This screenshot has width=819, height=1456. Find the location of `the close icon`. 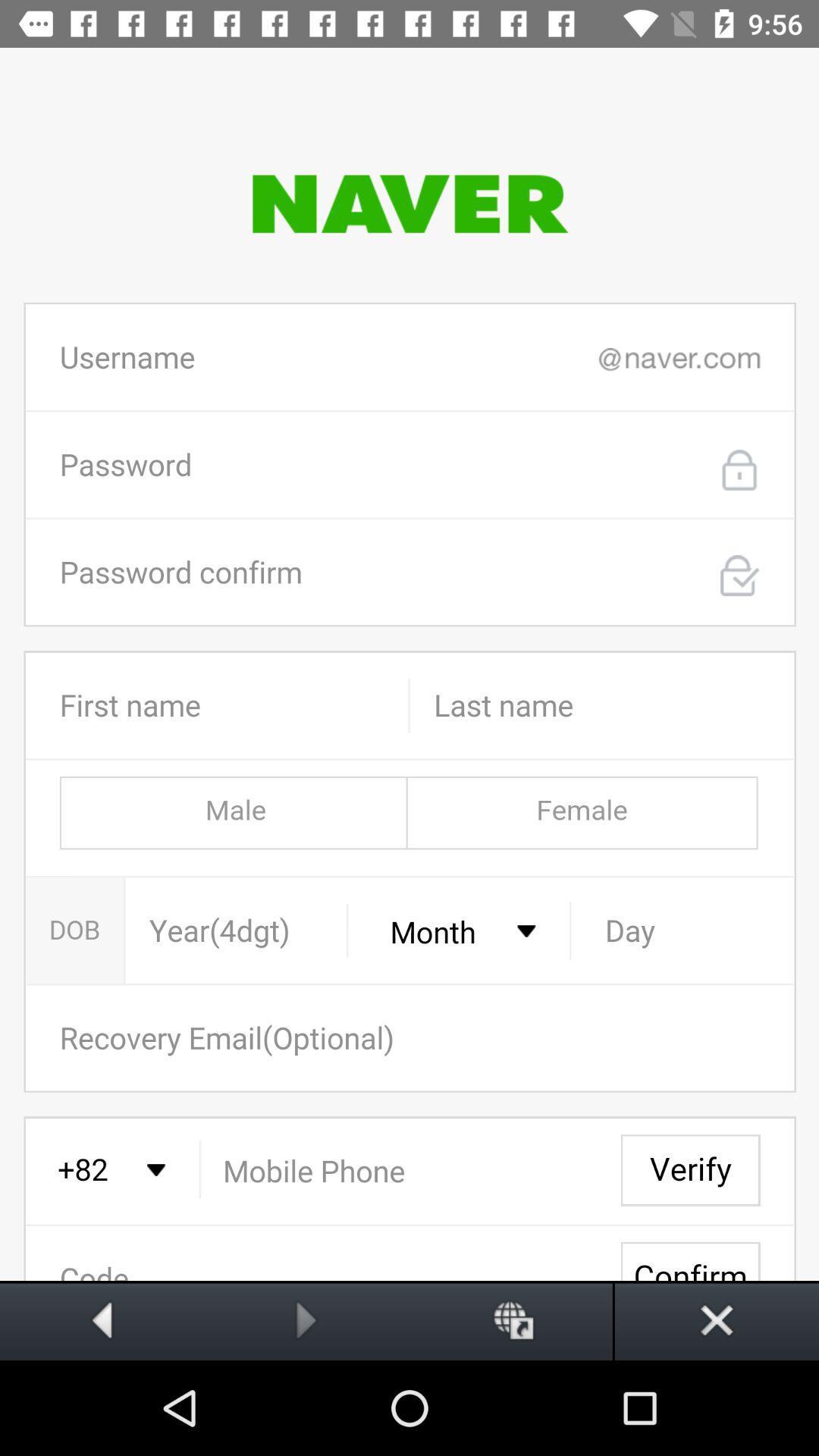

the close icon is located at coordinates (717, 1319).